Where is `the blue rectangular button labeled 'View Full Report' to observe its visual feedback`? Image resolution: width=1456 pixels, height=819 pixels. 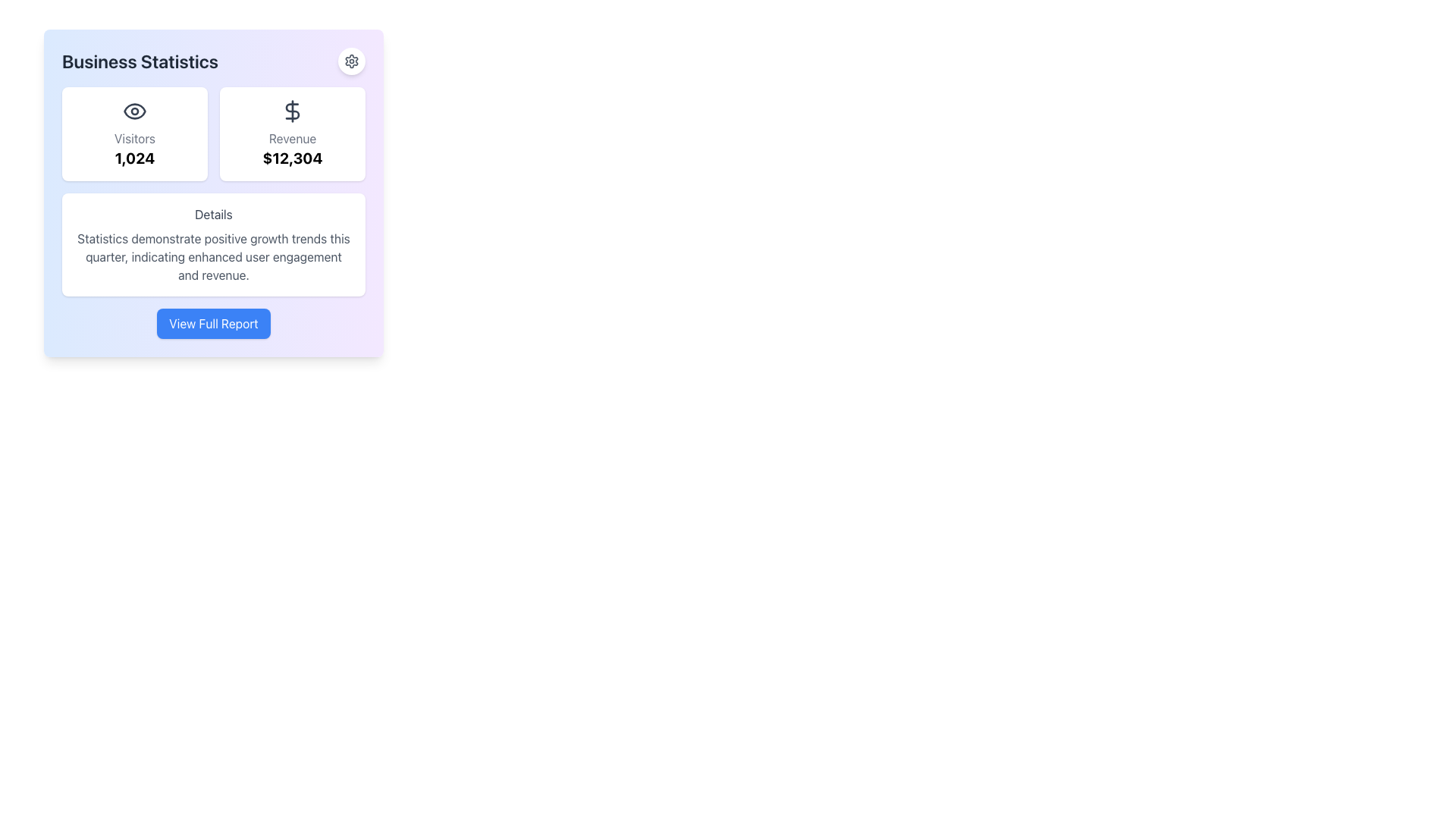 the blue rectangular button labeled 'View Full Report' to observe its visual feedback is located at coordinates (213, 323).